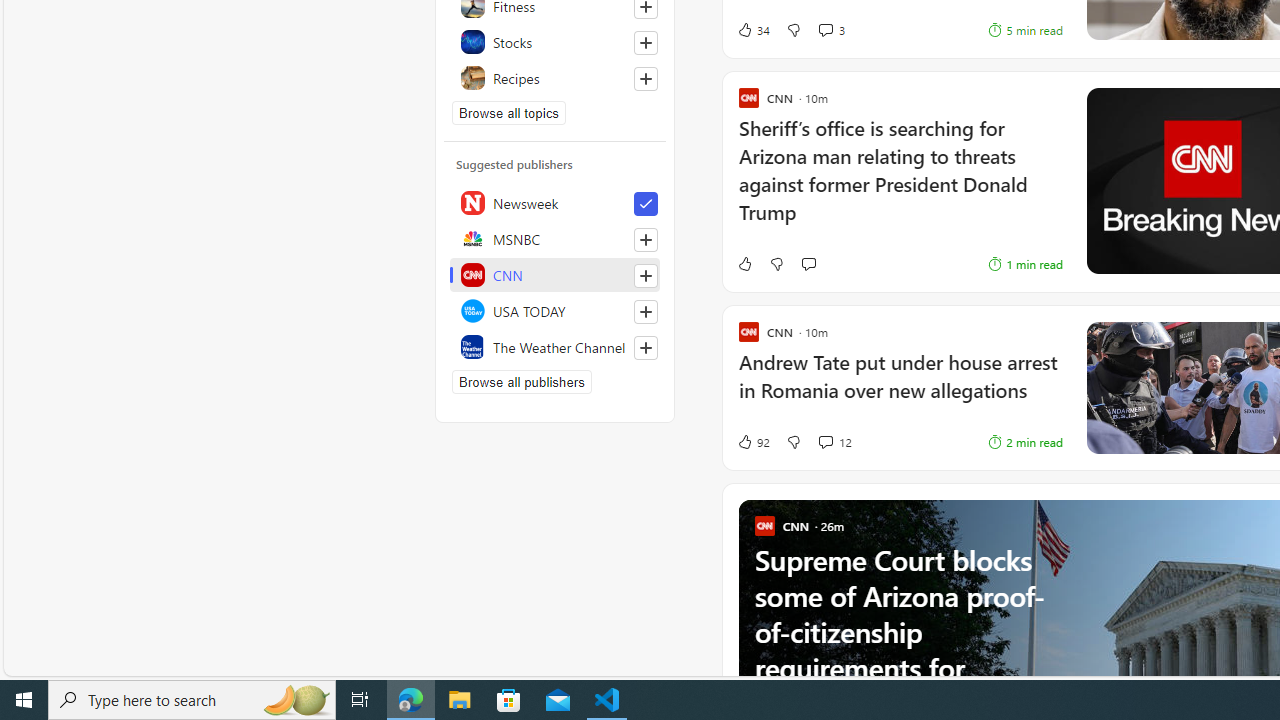 This screenshot has width=1280, height=720. What do you see at coordinates (645, 347) in the screenshot?
I see `'Follow this source'` at bounding box center [645, 347].